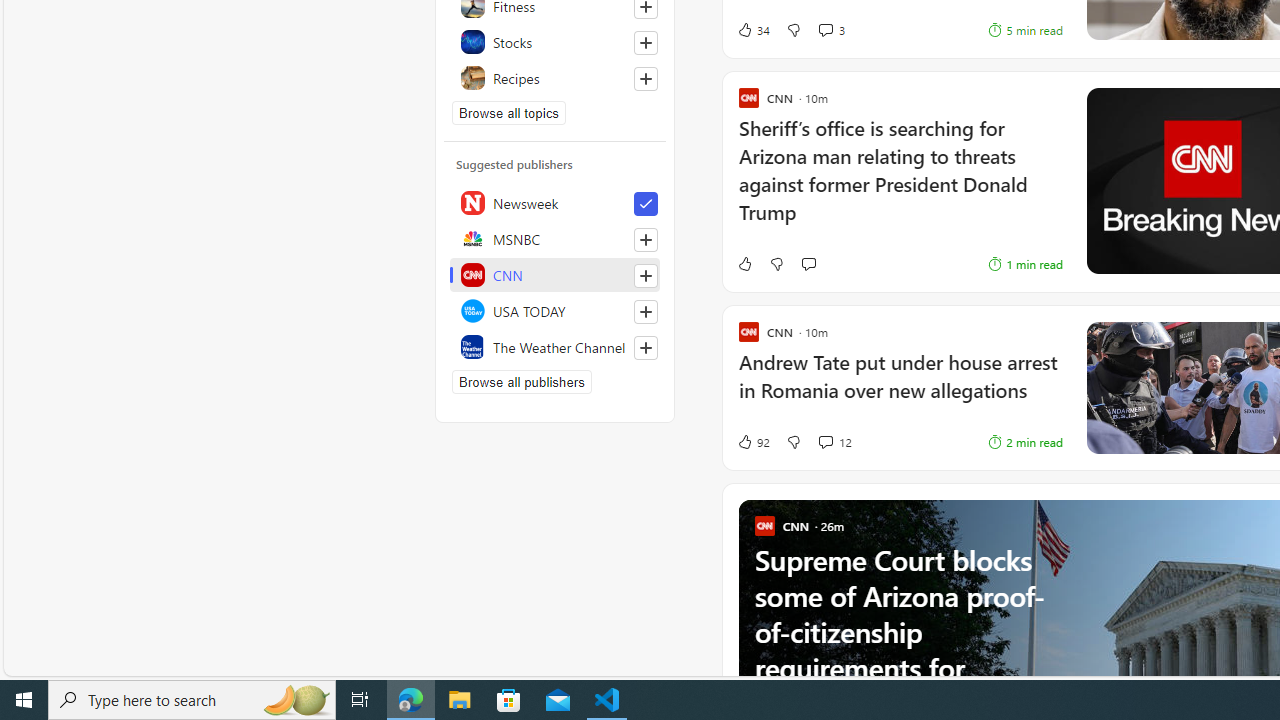 This screenshot has width=1280, height=720. What do you see at coordinates (645, 347) in the screenshot?
I see `'Follow this source'` at bounding box center [645, 347].